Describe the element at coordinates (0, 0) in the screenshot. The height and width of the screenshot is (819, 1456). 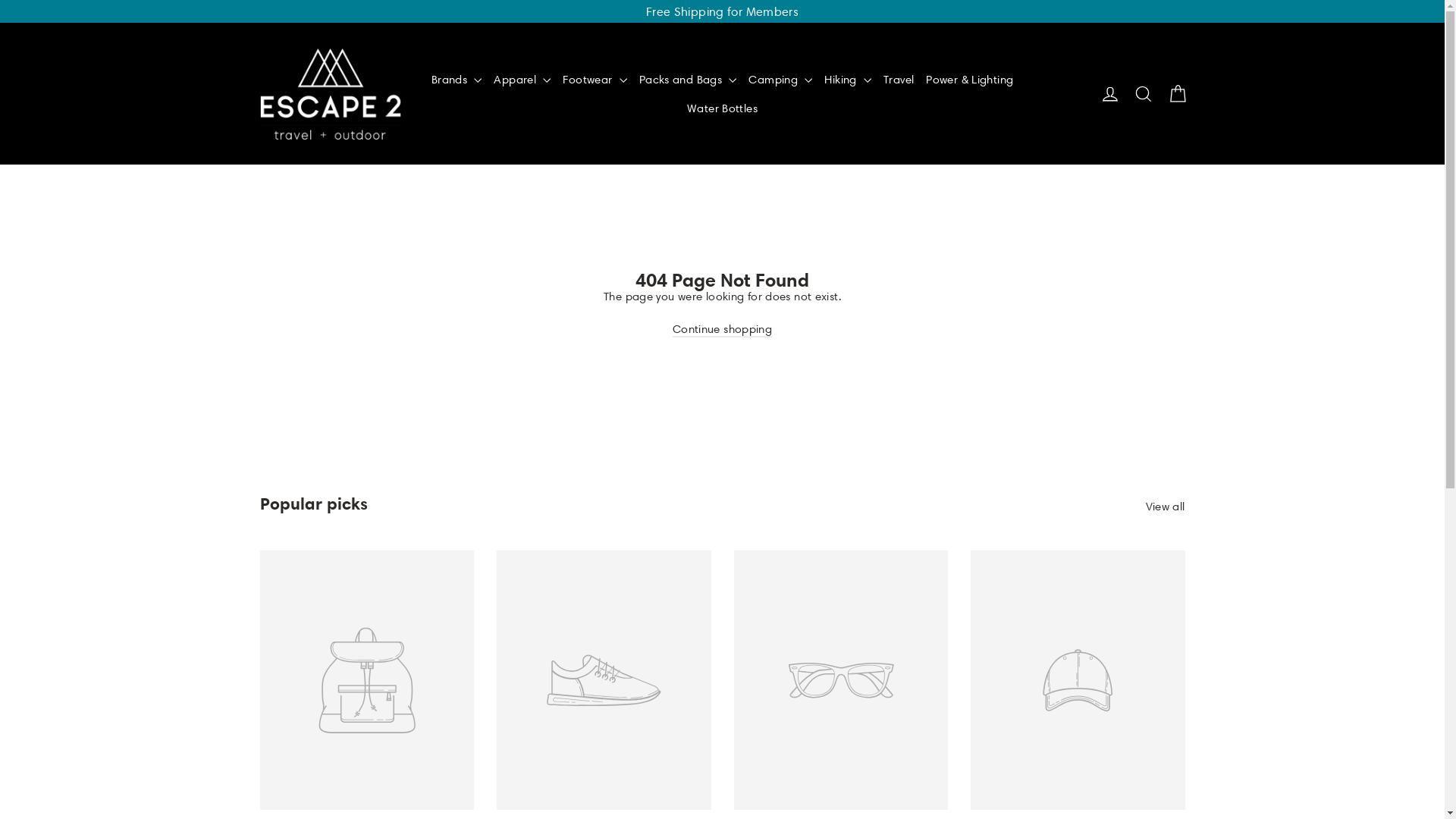
I see `'Skip to content'` at that location.